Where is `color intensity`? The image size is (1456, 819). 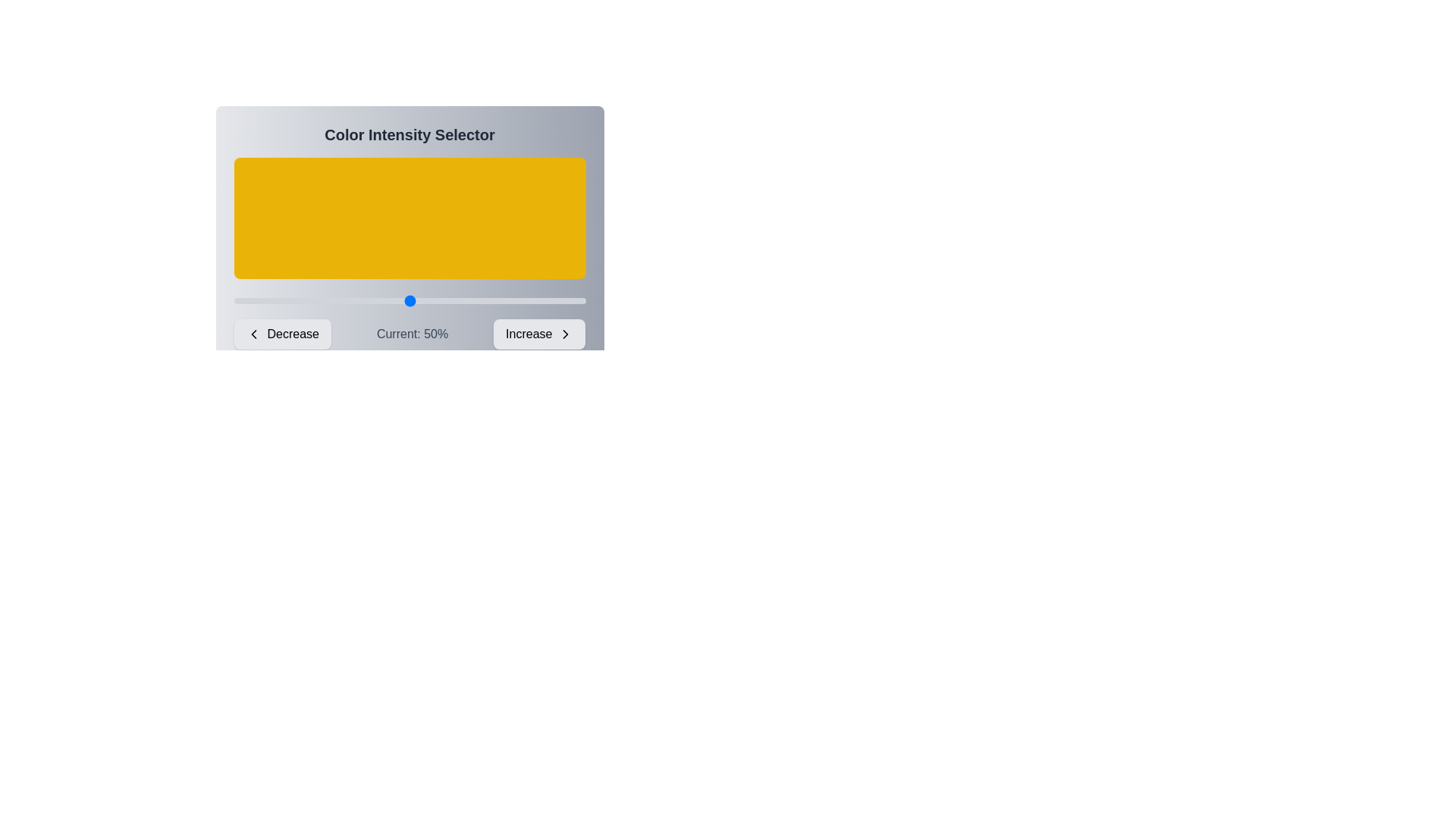
color intensity is located at coordinates (367, 301).